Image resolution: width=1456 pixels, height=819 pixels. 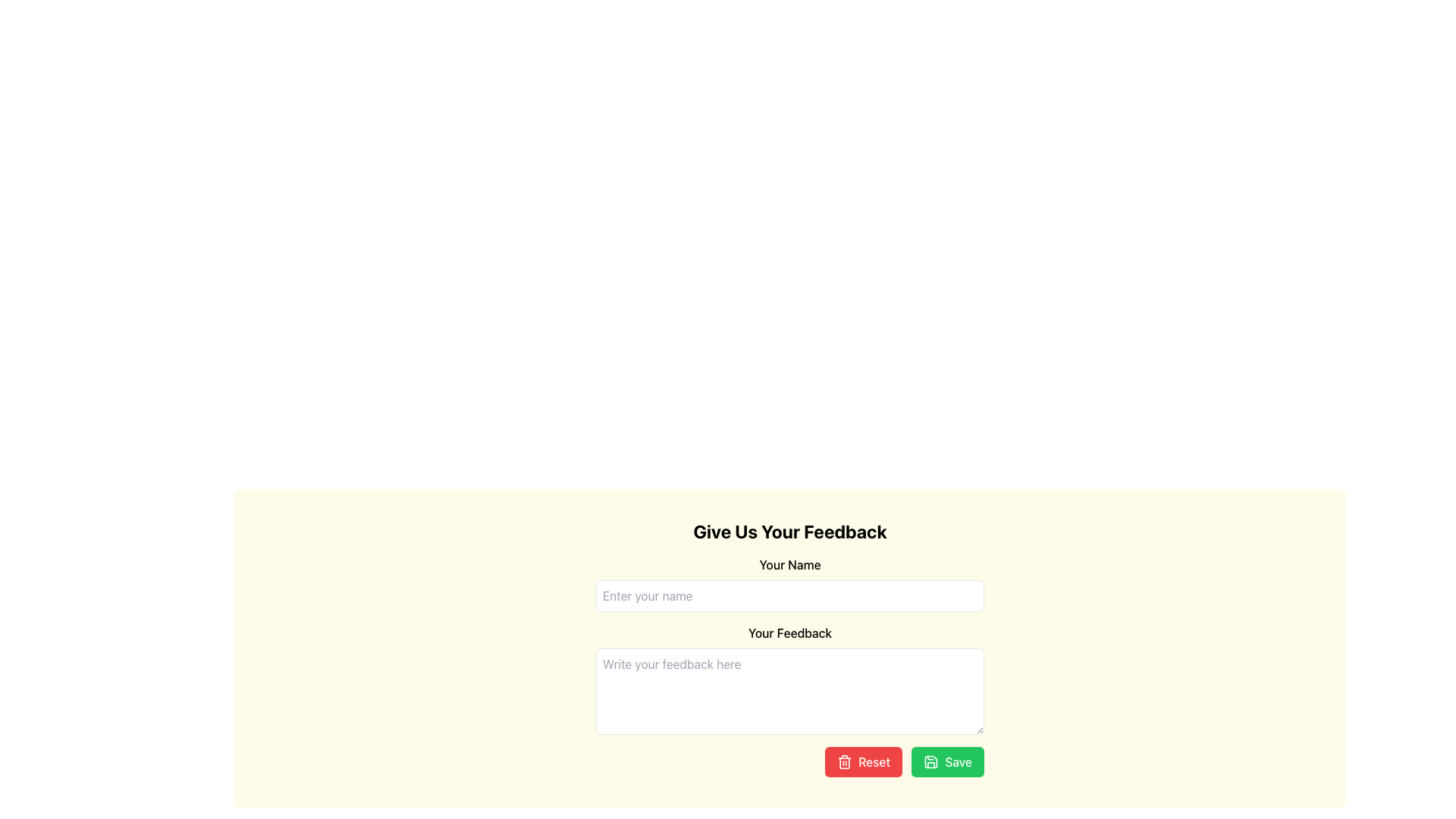 I want to click on the red 'Reset' button, so click(x=874, y=762).